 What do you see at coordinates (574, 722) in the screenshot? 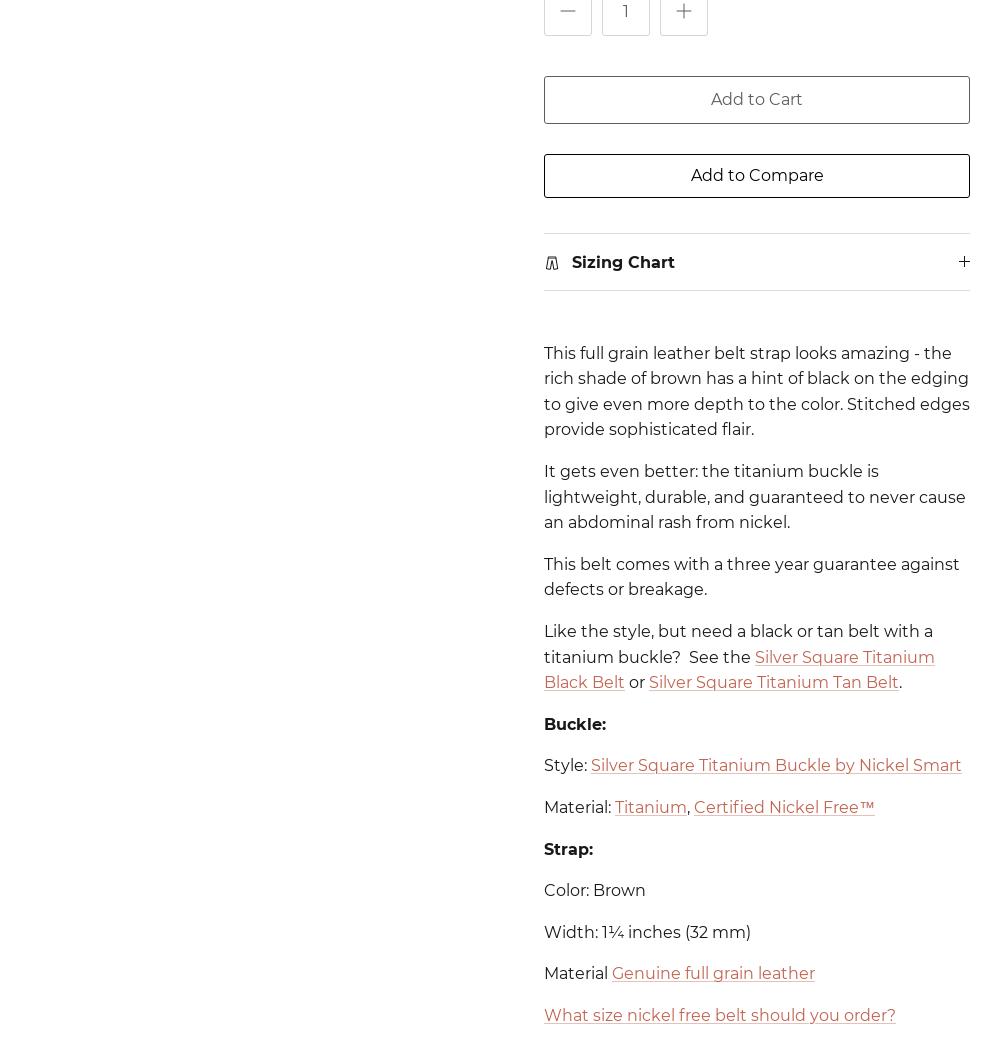
I see `'Buckle:'` at bounding box center [574, 722].